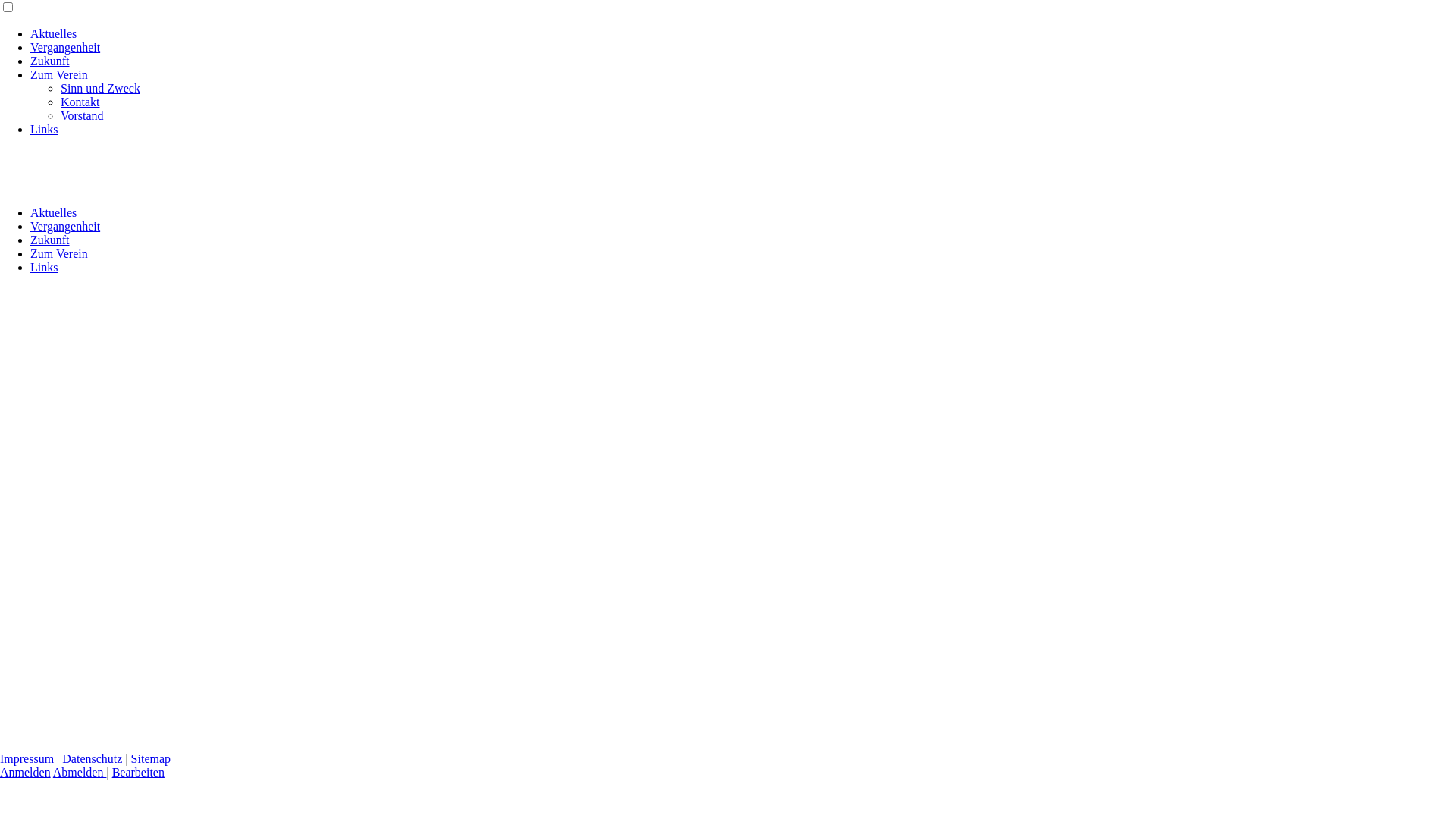  What do you see at coordinates (58, 74) in the screenshot?
I see `'Zum Verein'` at bounding box center [58, 74].